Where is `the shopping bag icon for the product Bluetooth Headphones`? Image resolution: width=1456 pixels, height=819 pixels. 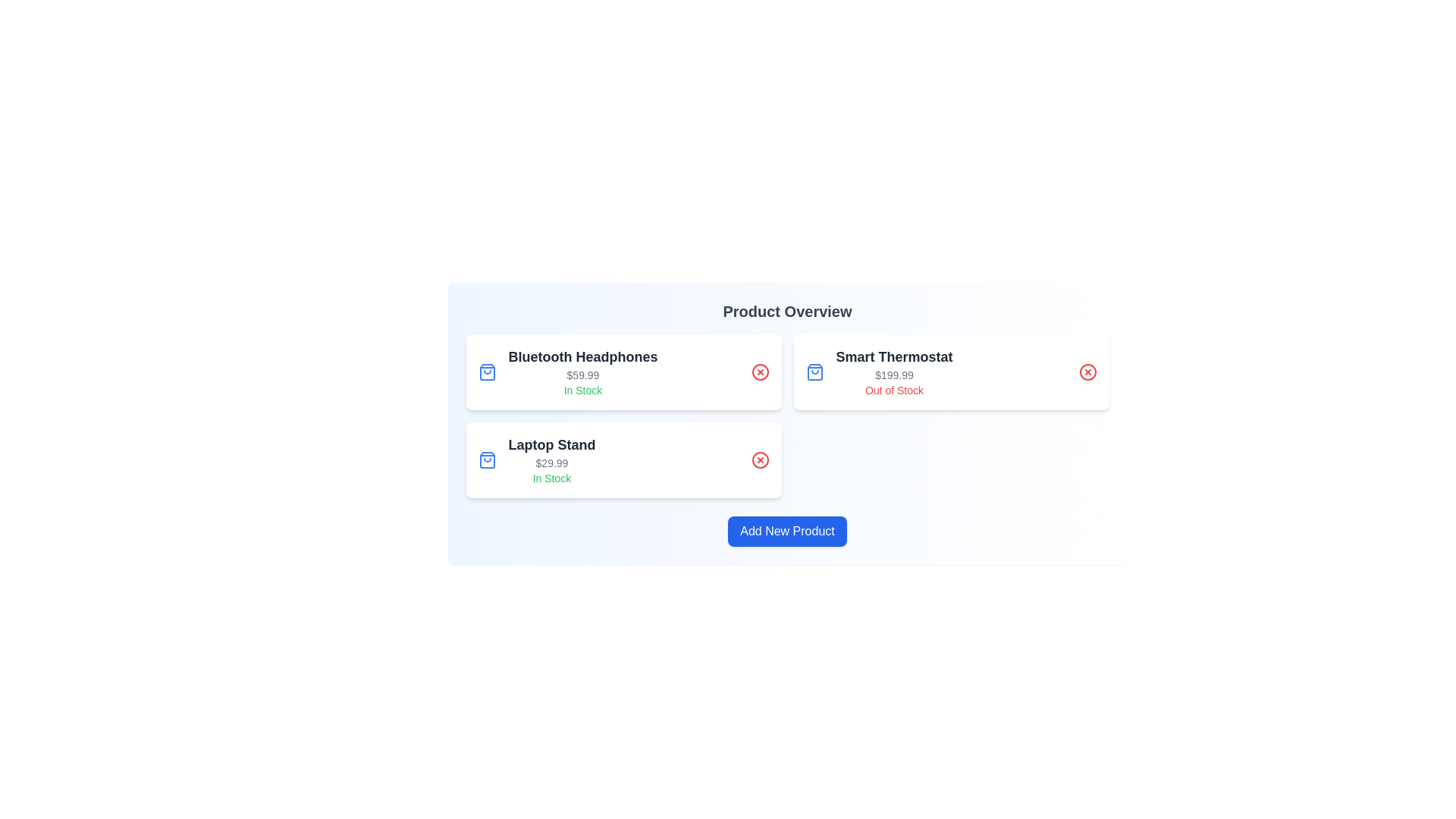 the shopping bag icon for the product Bluetooth Headphones is located at coordinates (487, 372).